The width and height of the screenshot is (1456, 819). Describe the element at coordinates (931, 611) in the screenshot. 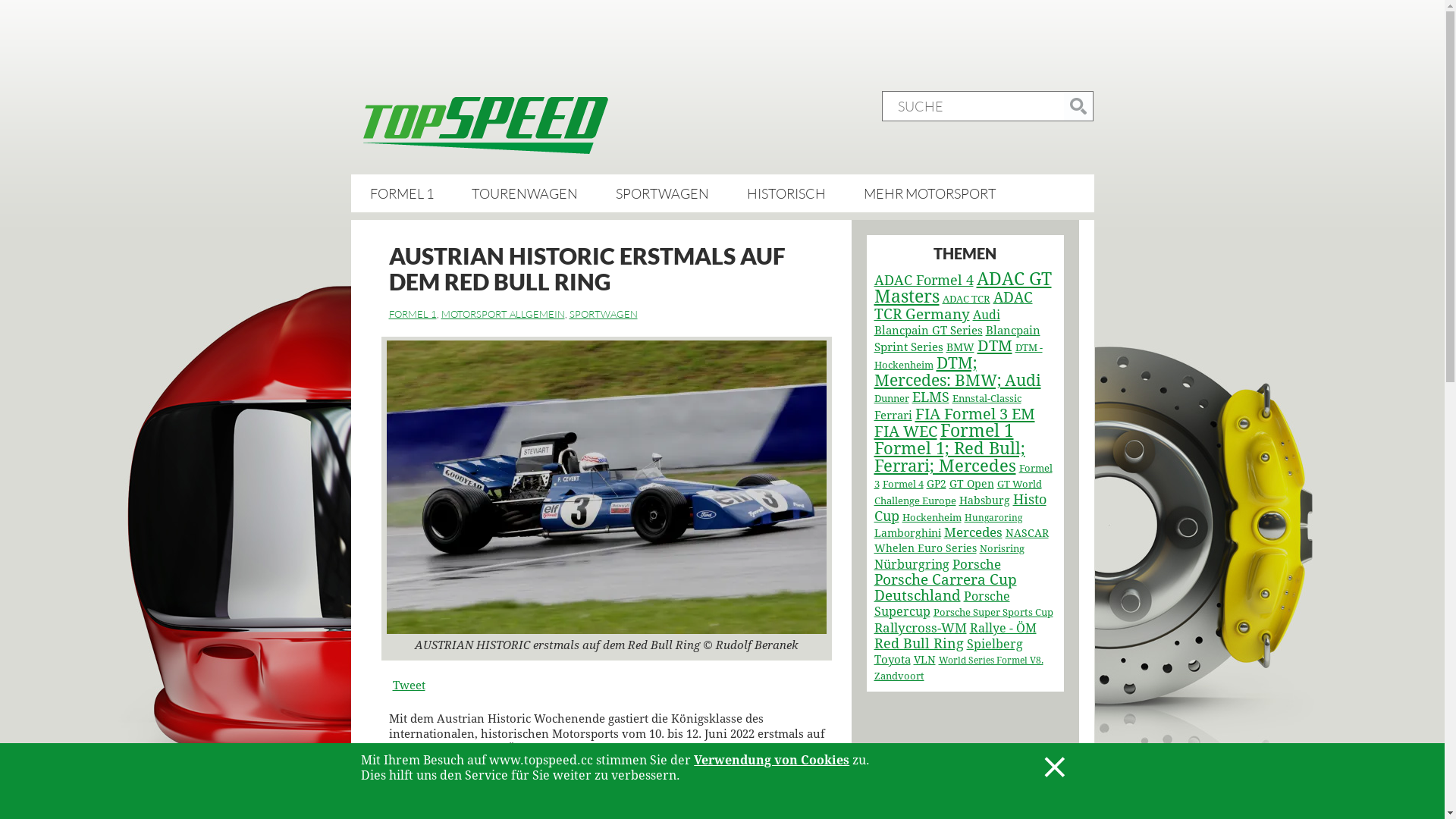

I see `'Porsche Super Sports Cup'` at that location.